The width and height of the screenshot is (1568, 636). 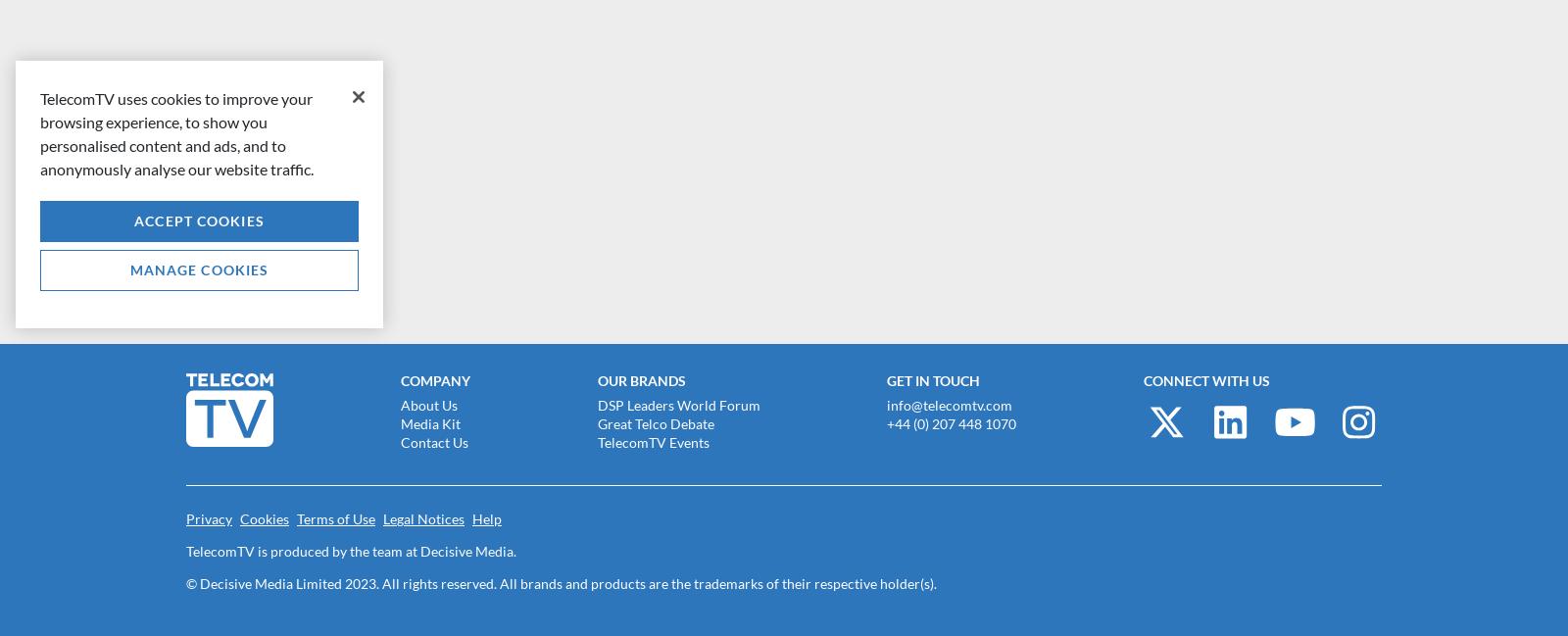 I want to click on 'Our Brands', so click(x=641, y=380).